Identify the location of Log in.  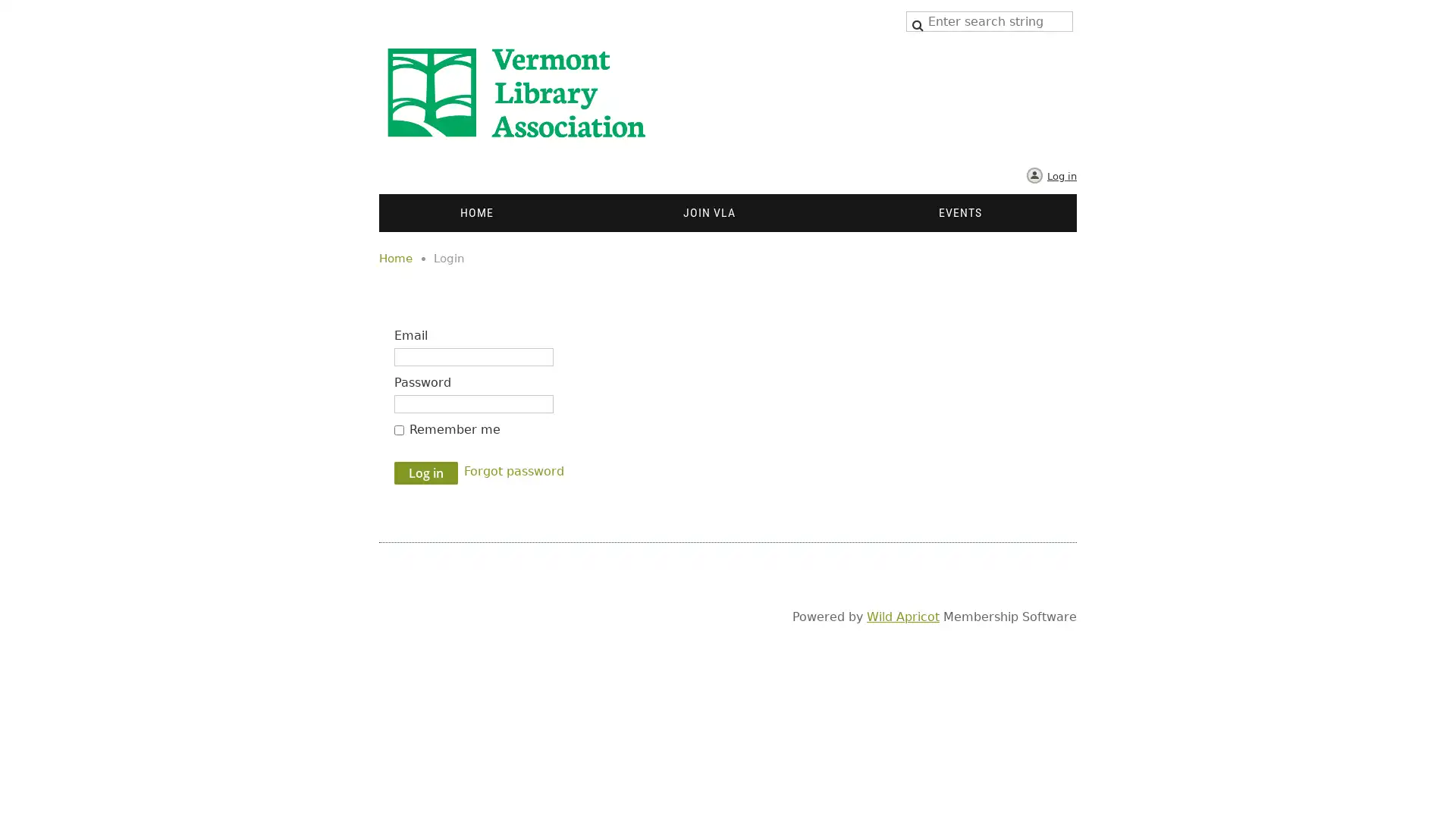
(425, 472).